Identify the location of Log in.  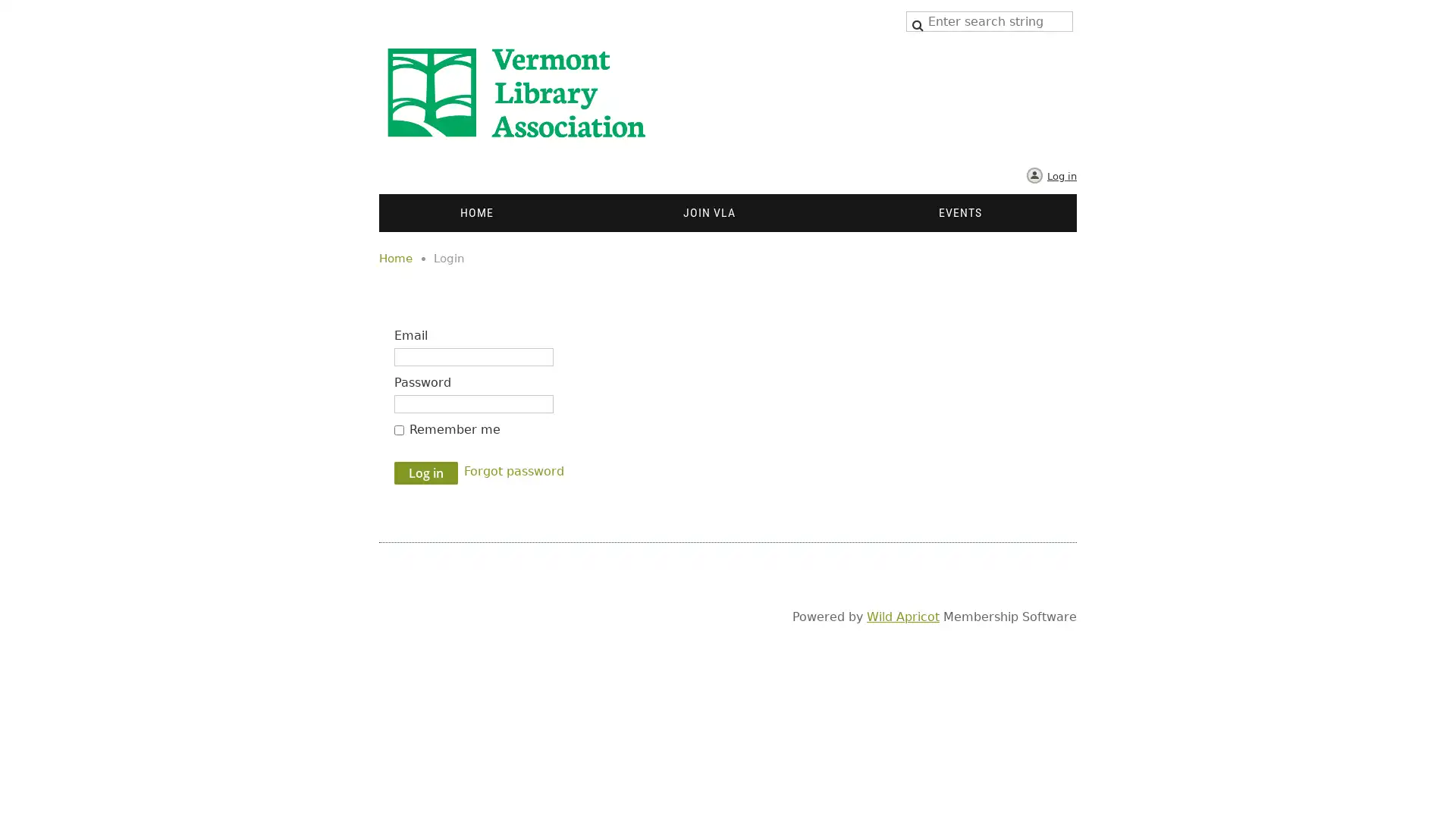
(425, 472).